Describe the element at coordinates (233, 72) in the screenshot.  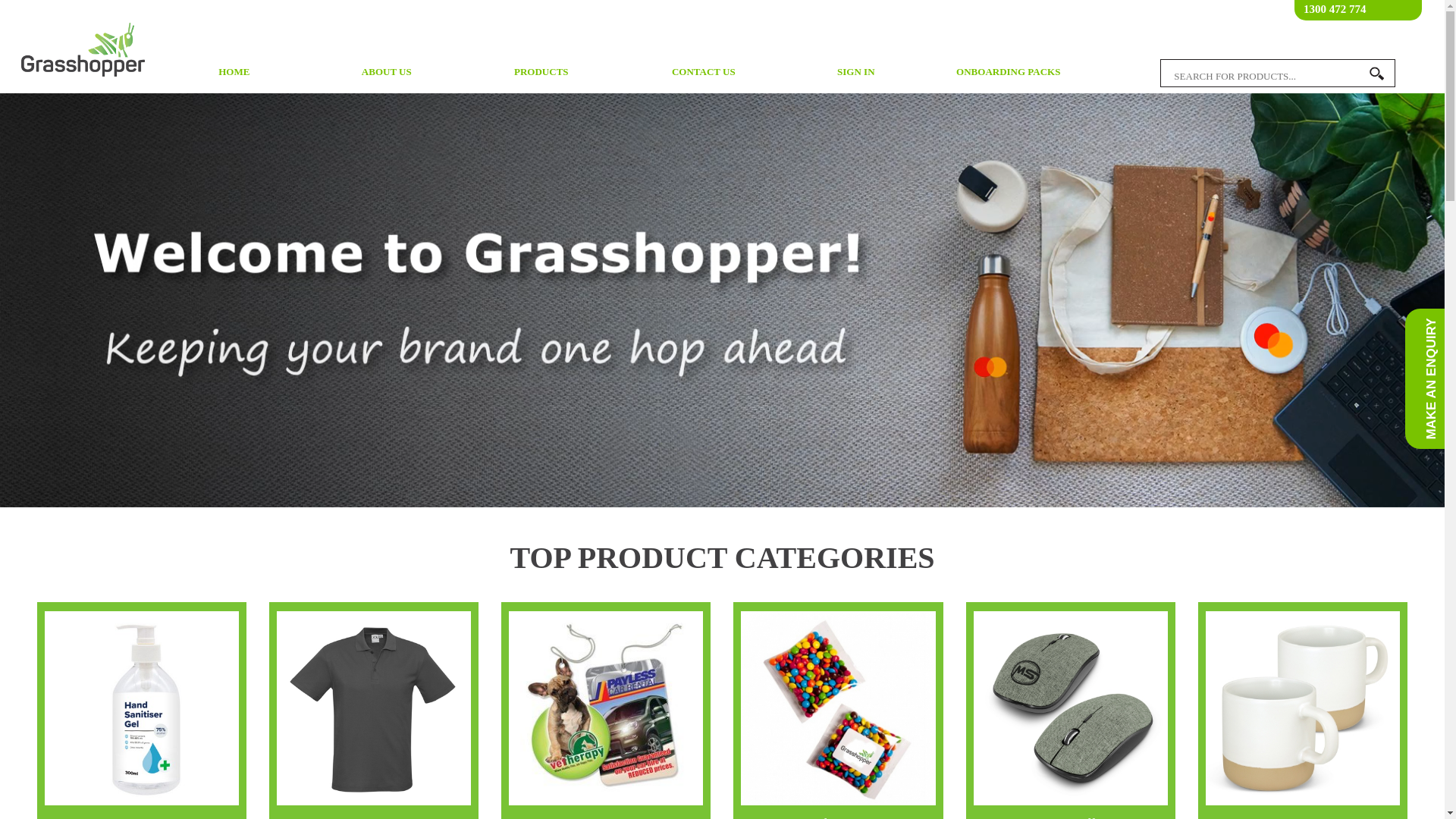
I see `'HOME'` at that location.